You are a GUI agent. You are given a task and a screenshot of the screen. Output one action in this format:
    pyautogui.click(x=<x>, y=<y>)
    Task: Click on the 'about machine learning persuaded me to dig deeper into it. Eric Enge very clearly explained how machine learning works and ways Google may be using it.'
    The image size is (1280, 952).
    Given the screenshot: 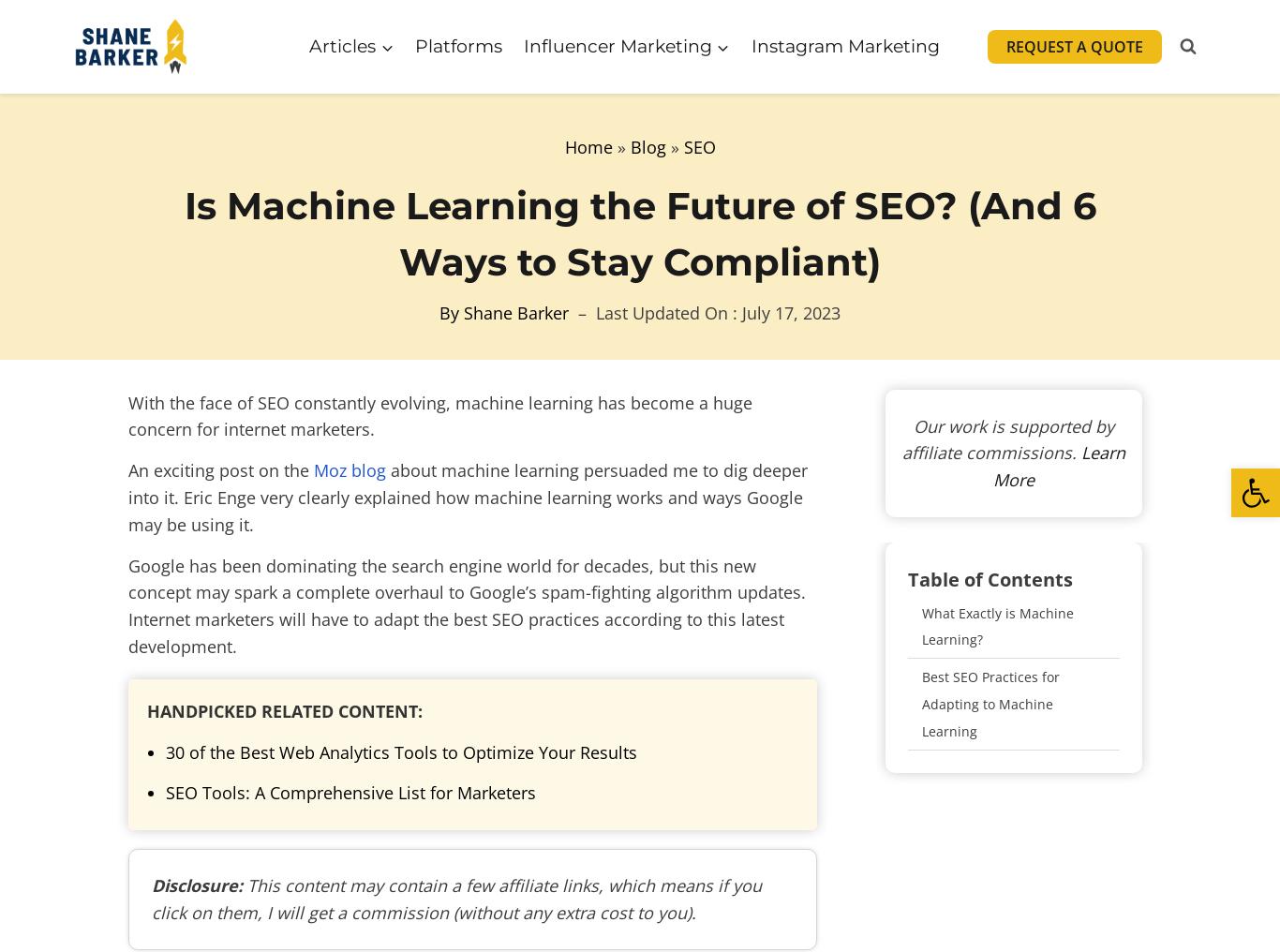 What is the action you would take?
    pyautogui.click(x=468, y=496)
    